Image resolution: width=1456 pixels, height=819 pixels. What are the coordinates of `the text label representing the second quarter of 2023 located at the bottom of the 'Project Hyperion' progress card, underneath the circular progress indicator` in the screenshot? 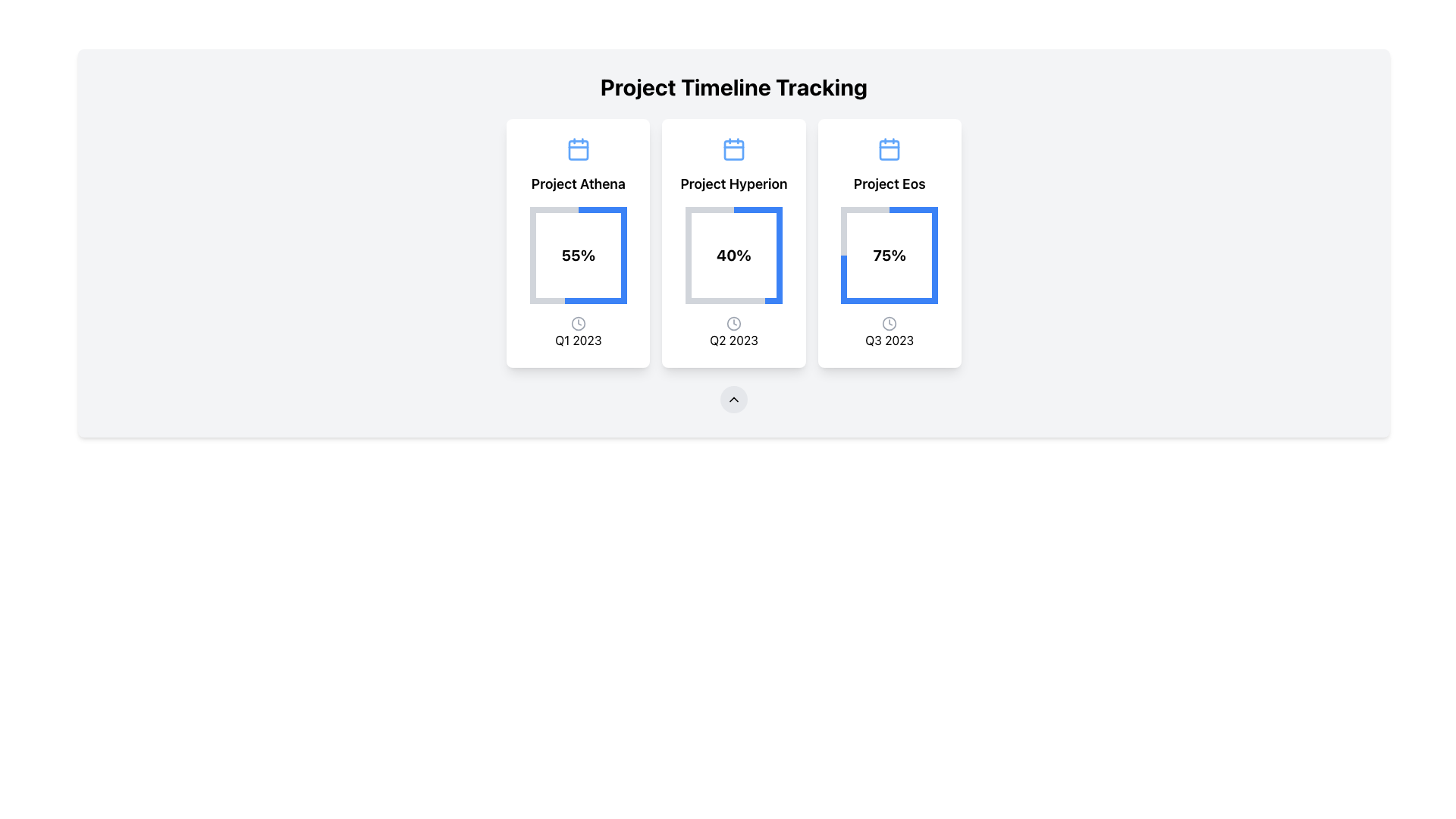 It's located at (734, 339).